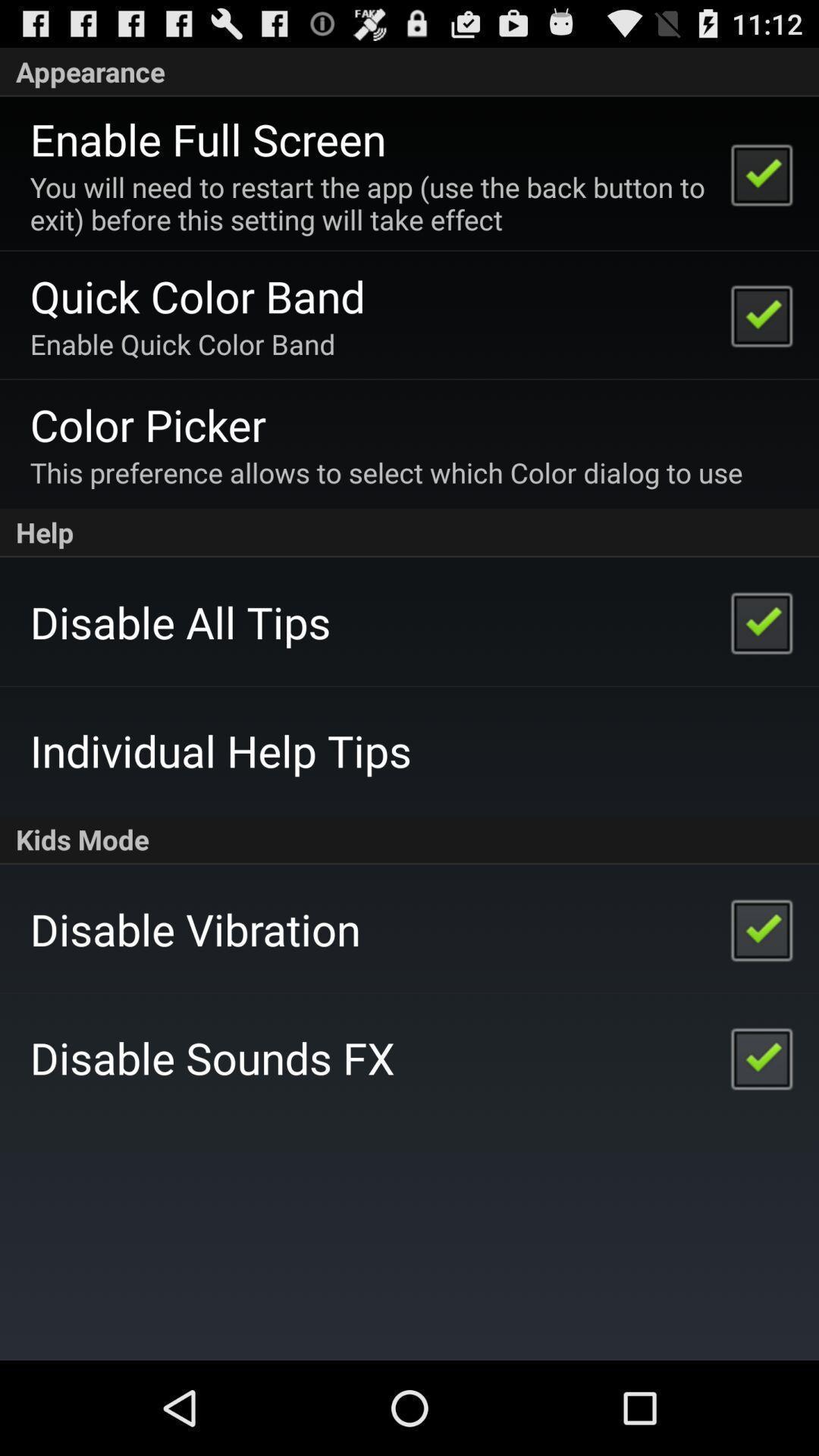  Describe the element at coordinates (212, 1056) in the screenshot. I see `app below disable vibration icon` at that location.